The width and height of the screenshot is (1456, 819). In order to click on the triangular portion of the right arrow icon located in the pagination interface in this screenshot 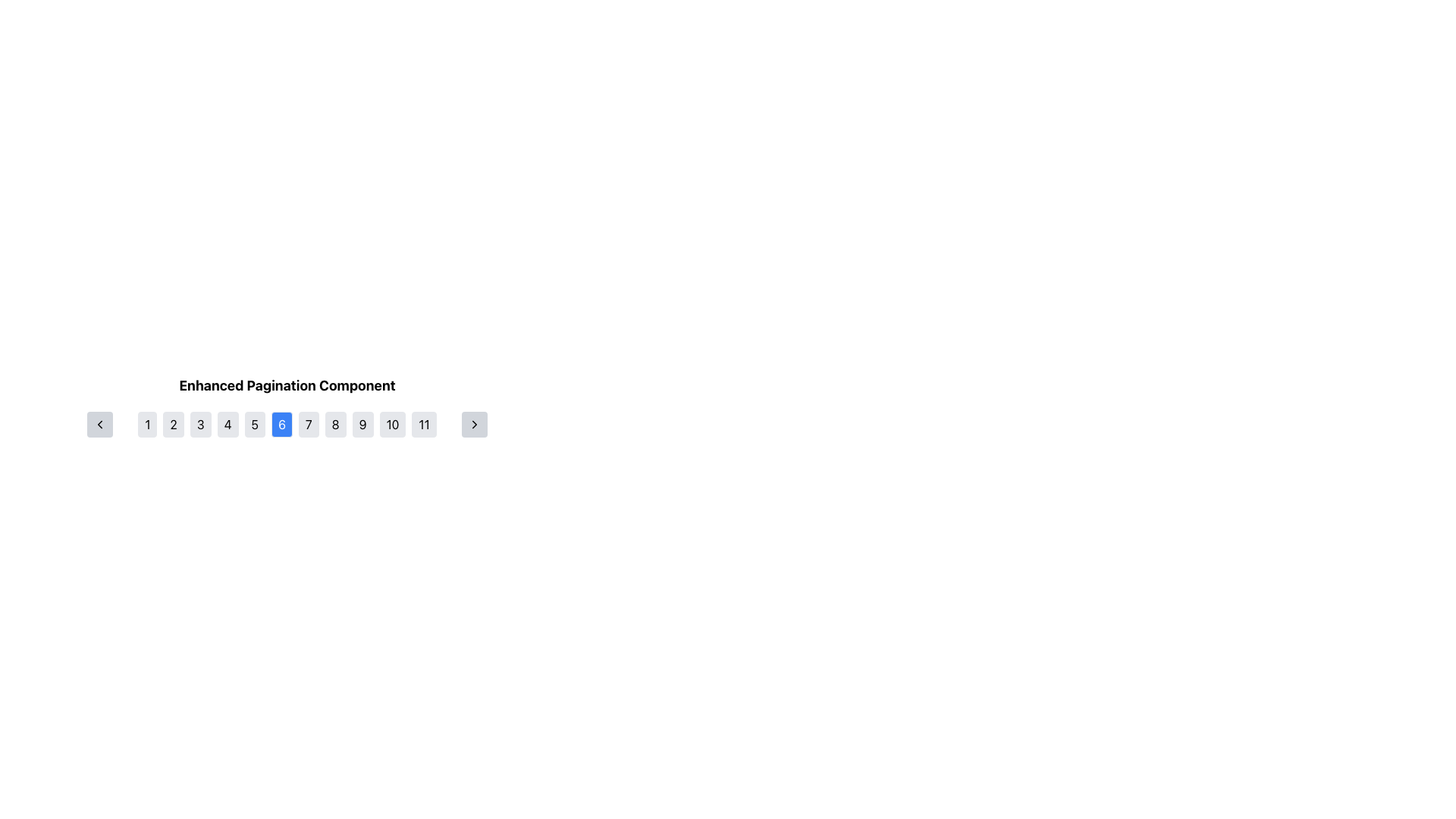, I will do `click(473, 424)`.